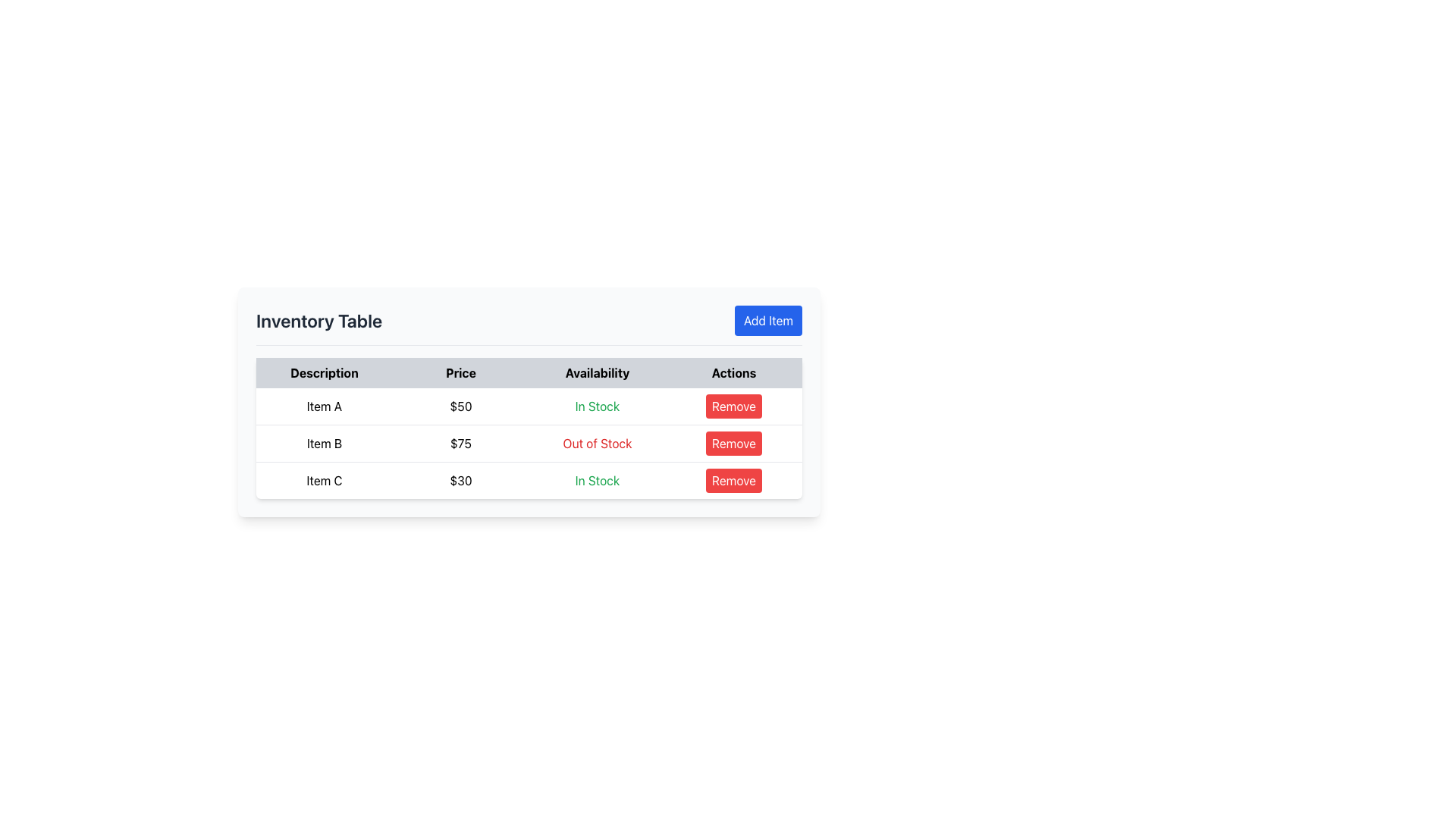  Describe the element at coordinates (460, 444) in the screenshot. I see `the static text label displaying the price '$75' located under the 'Price' column for 'Item B', positioned between the description and availability status` at that location.